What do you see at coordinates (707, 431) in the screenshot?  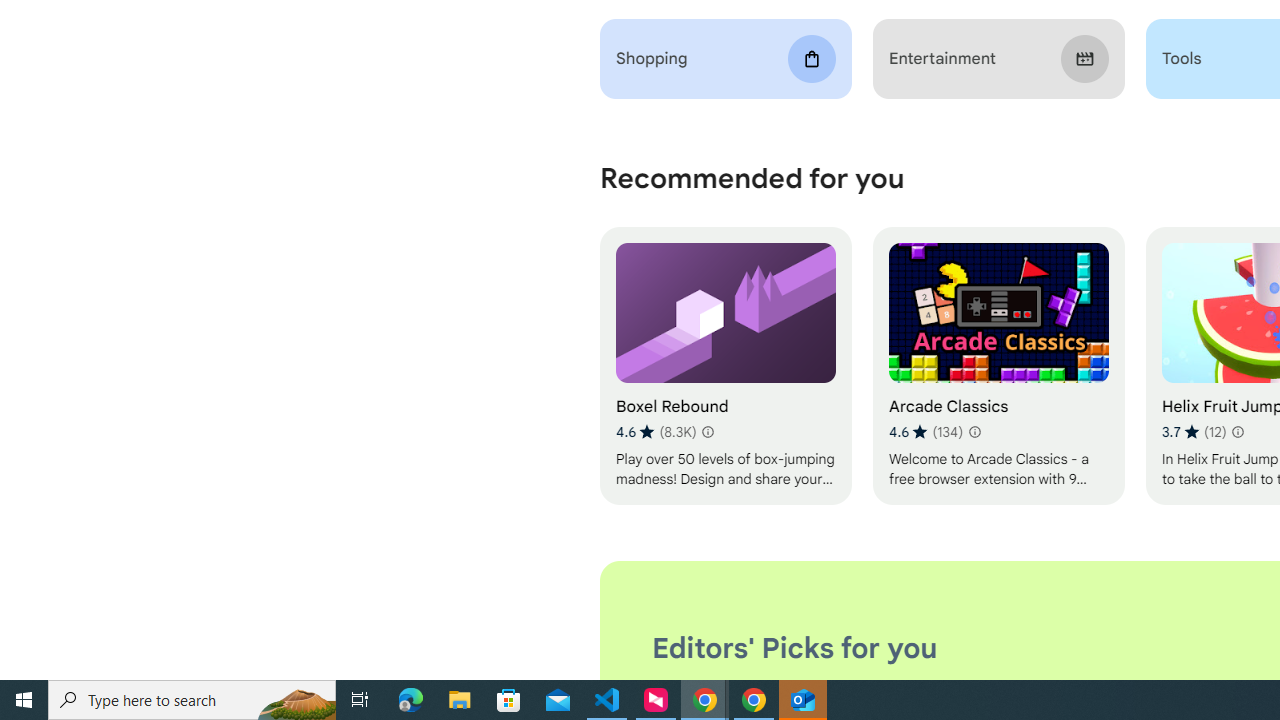 I see `'Learn more about results and reviews "Boxel Rebound"'` at bounding box center [707, 431].